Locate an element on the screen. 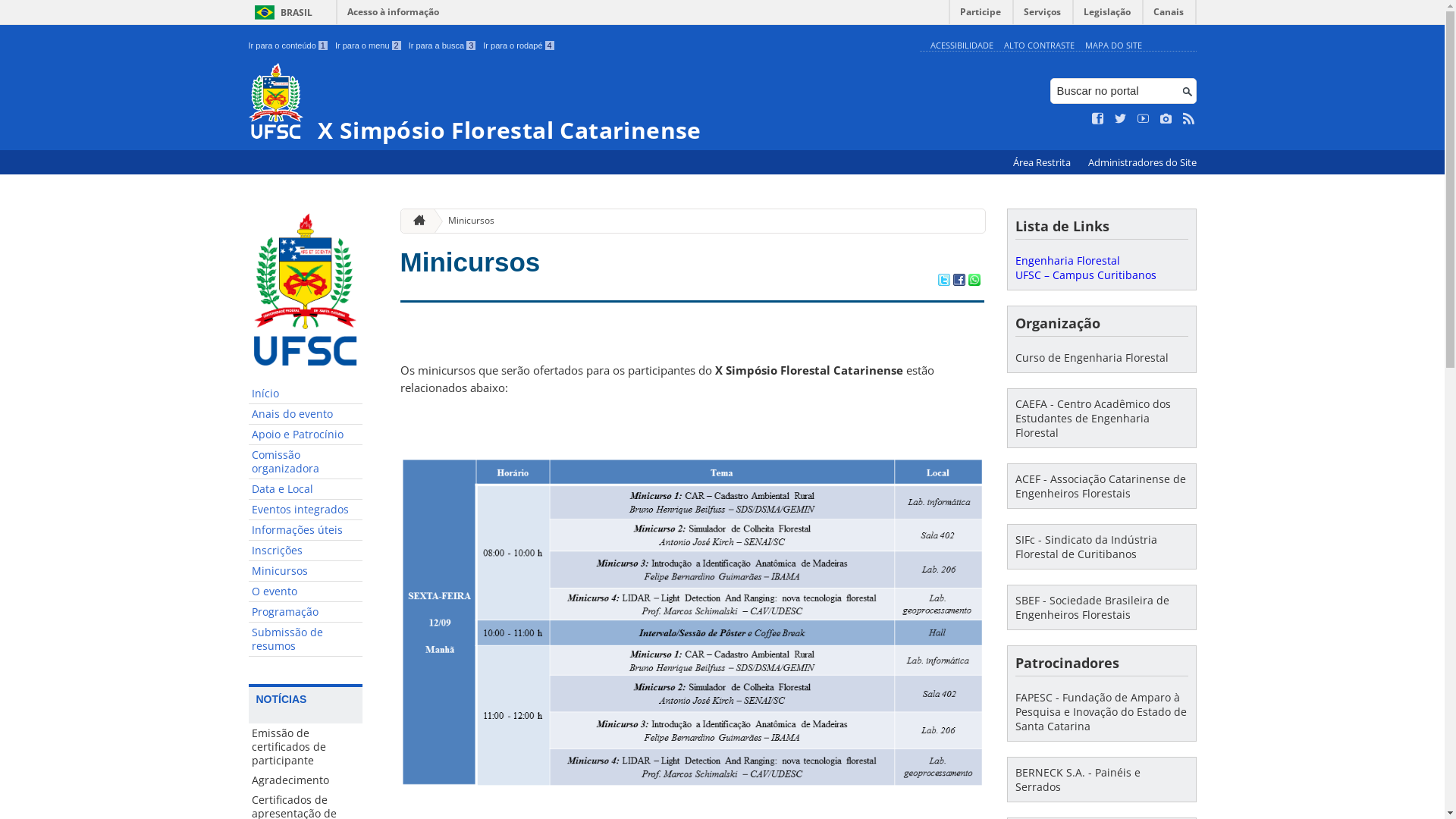 The width and height of the screenshot is (1456, 819). 'BRASIL' is located at coordinates (281, 12).